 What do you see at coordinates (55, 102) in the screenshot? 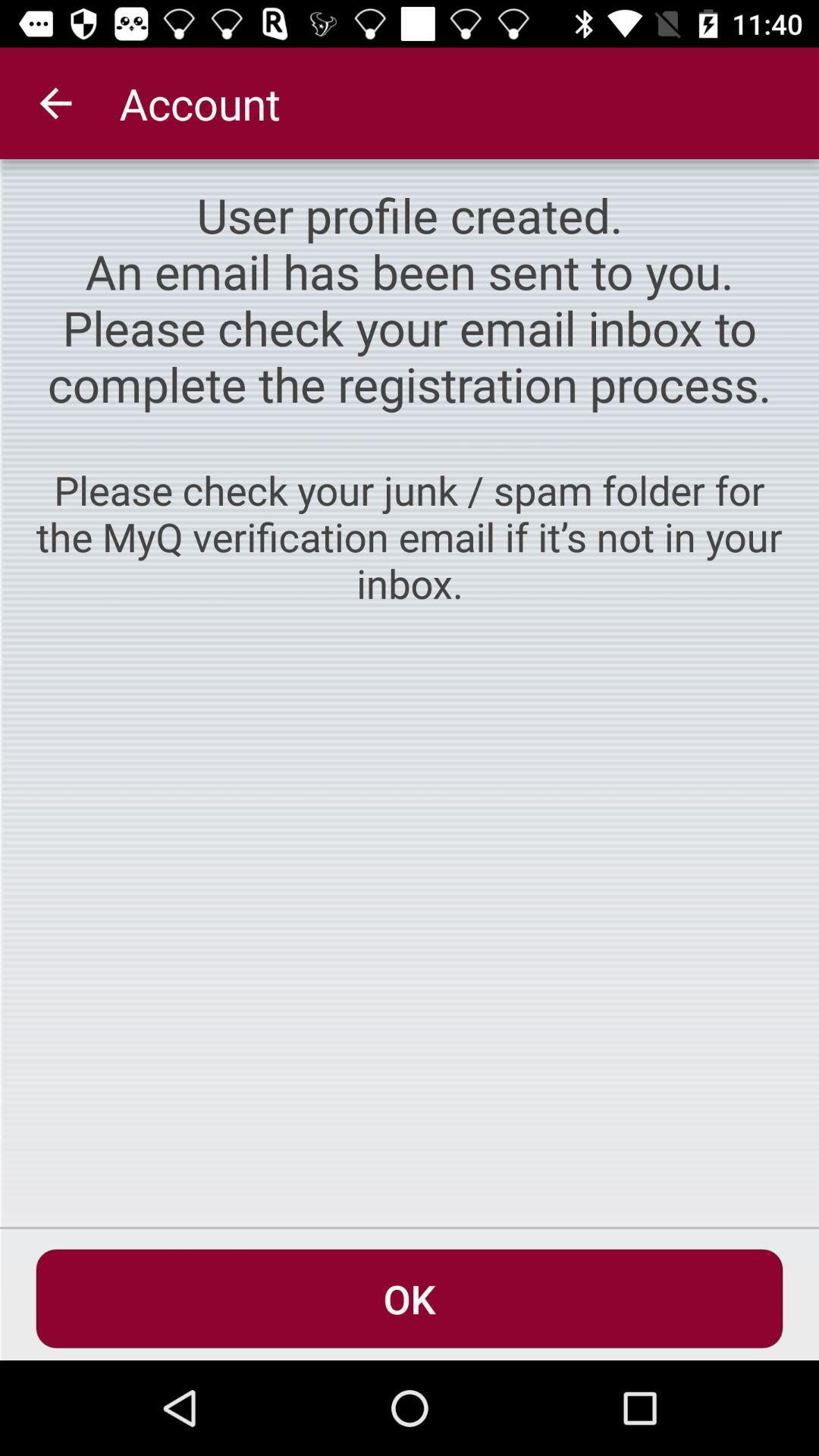
I see `icon to the left of account icon` at bounding box center [55, 102].